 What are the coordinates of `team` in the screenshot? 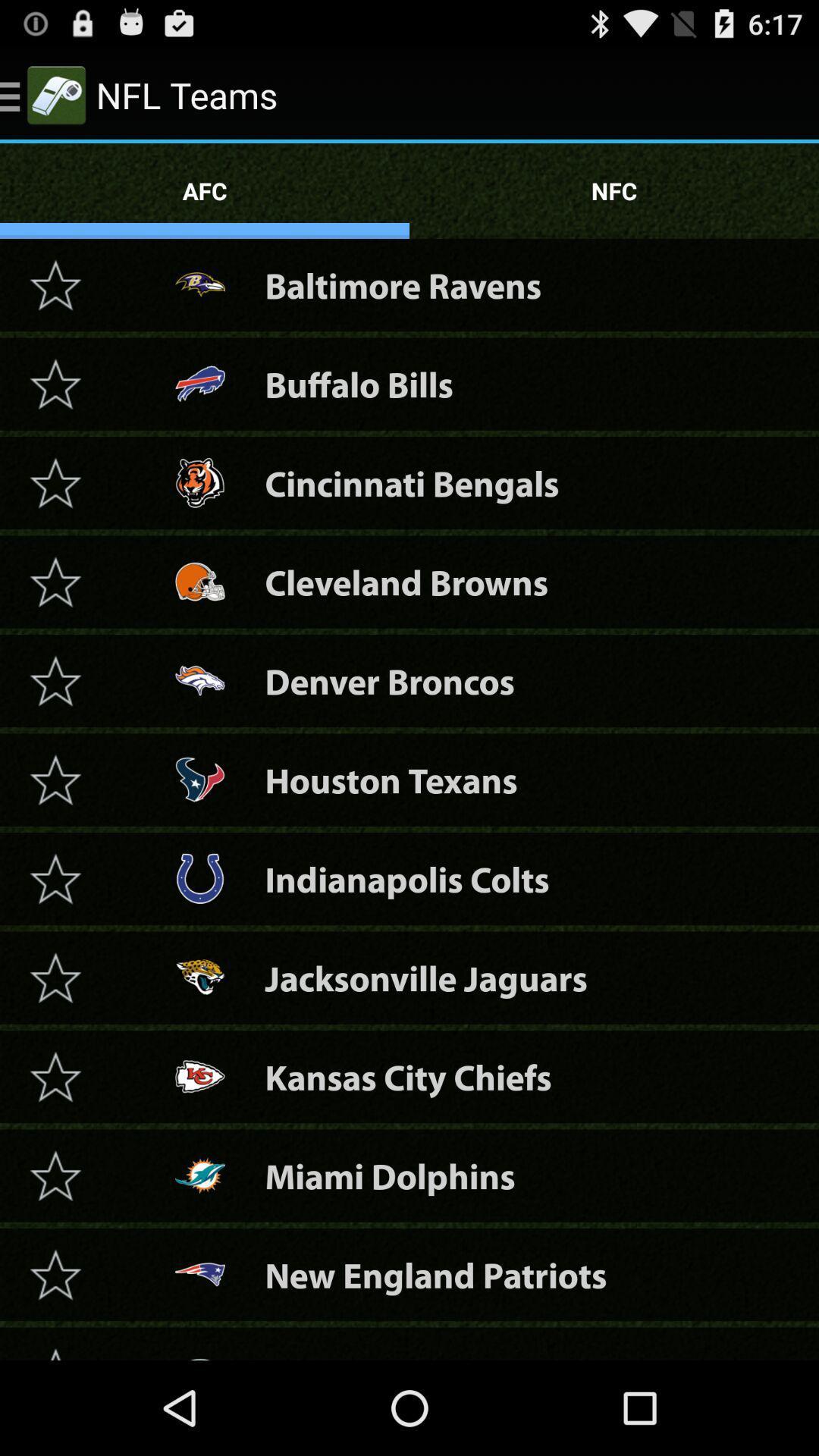 It's located at (55, 1075).